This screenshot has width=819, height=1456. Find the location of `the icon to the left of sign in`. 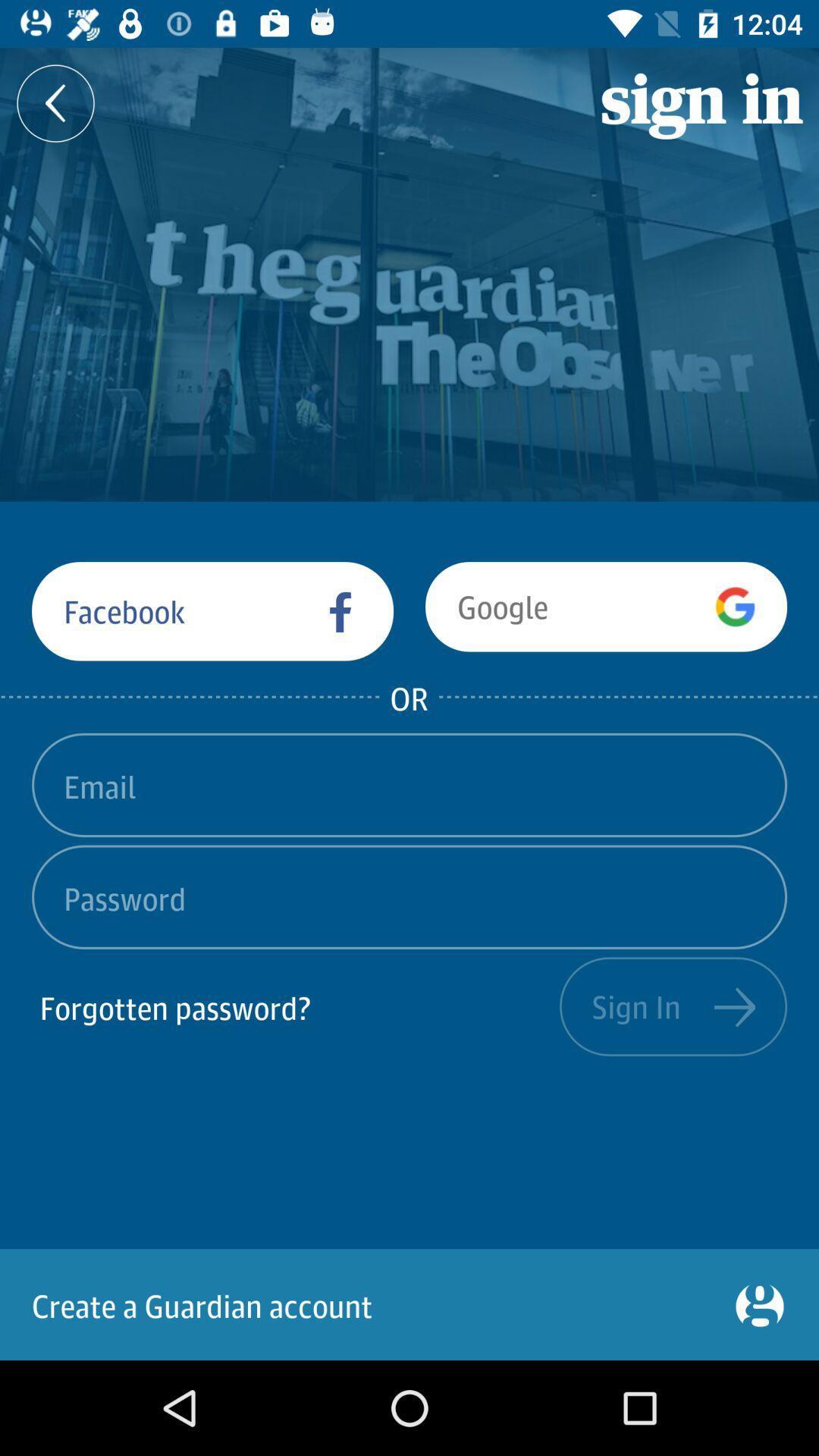

the icon to the left of sign in is located at coordinates (55, 102).